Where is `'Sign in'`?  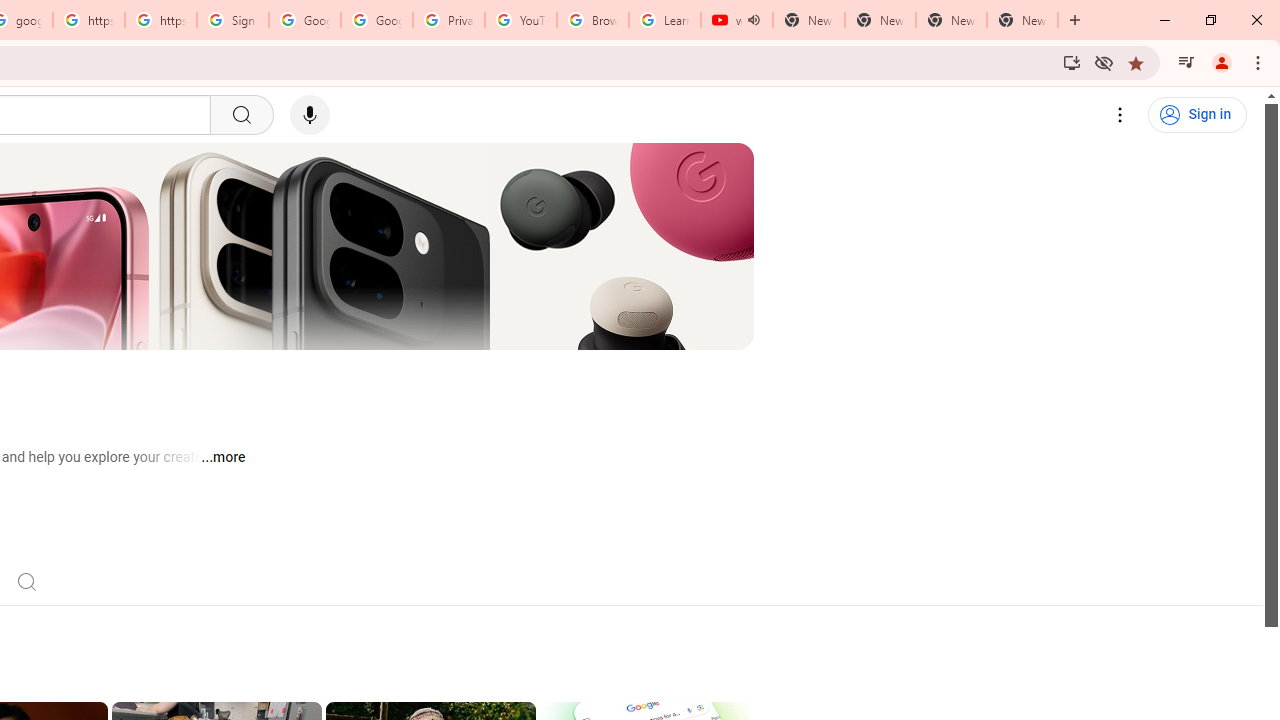
'Sign in' is located at coordinates (1197, 115).